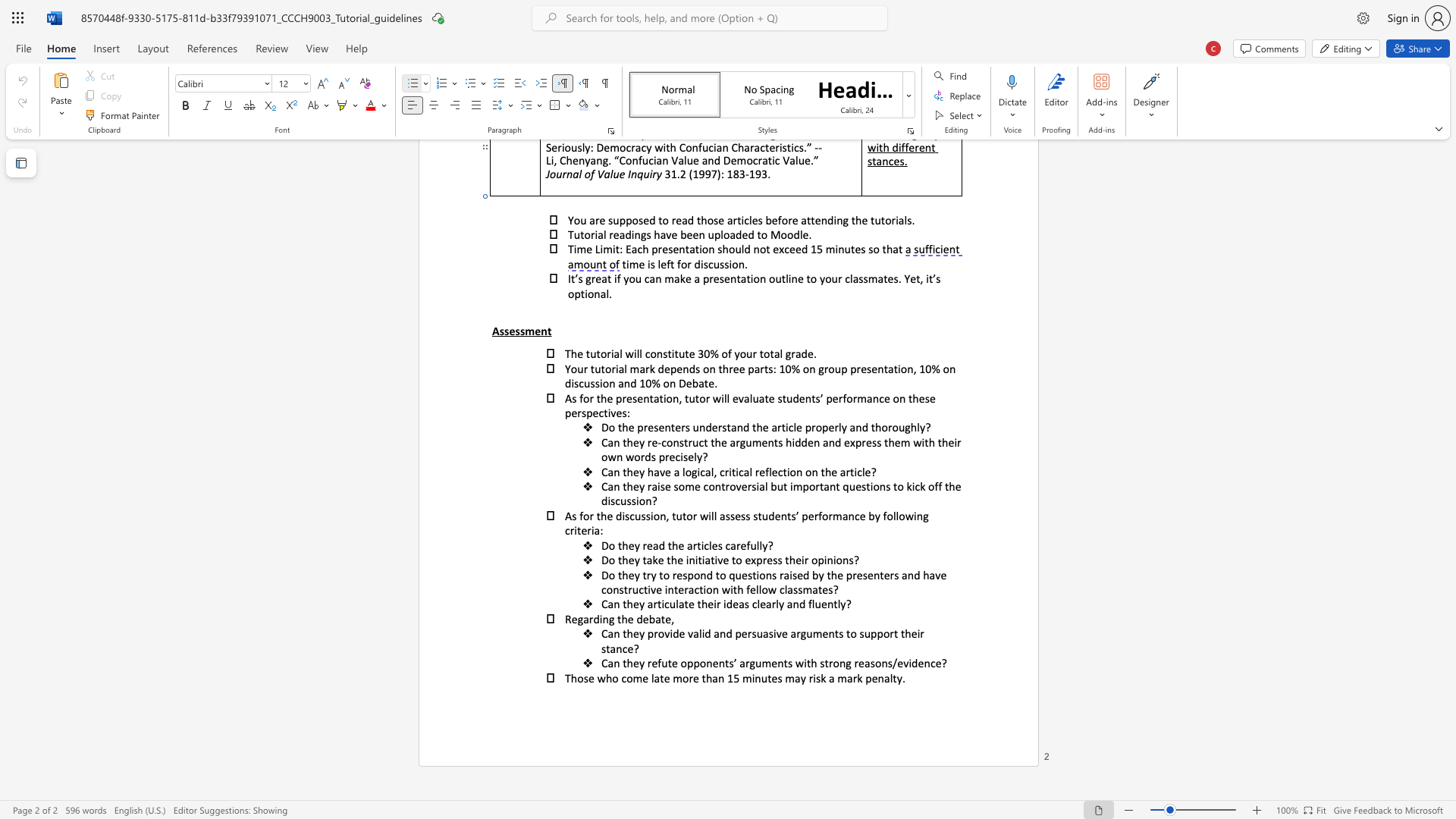  What do you see at coordinates (654, 662) in the screenshot?
I see `the 2th character "e" in the text` at bounding box center [654, 662].